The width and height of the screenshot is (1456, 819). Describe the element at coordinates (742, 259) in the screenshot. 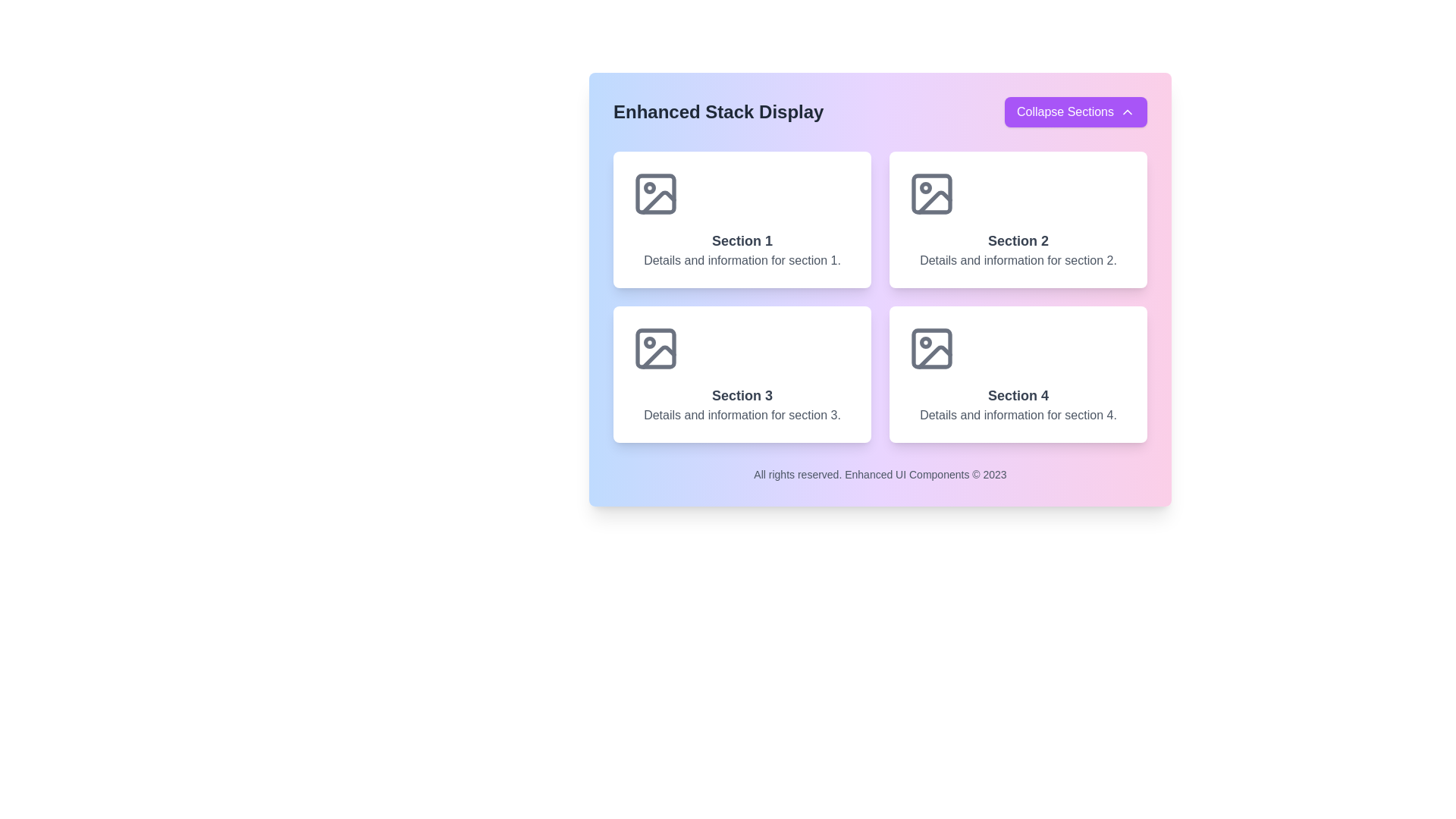

I see `text content of the descriptive Text element located below 'Section 1' in the top-left section of the grid layout` at that location.